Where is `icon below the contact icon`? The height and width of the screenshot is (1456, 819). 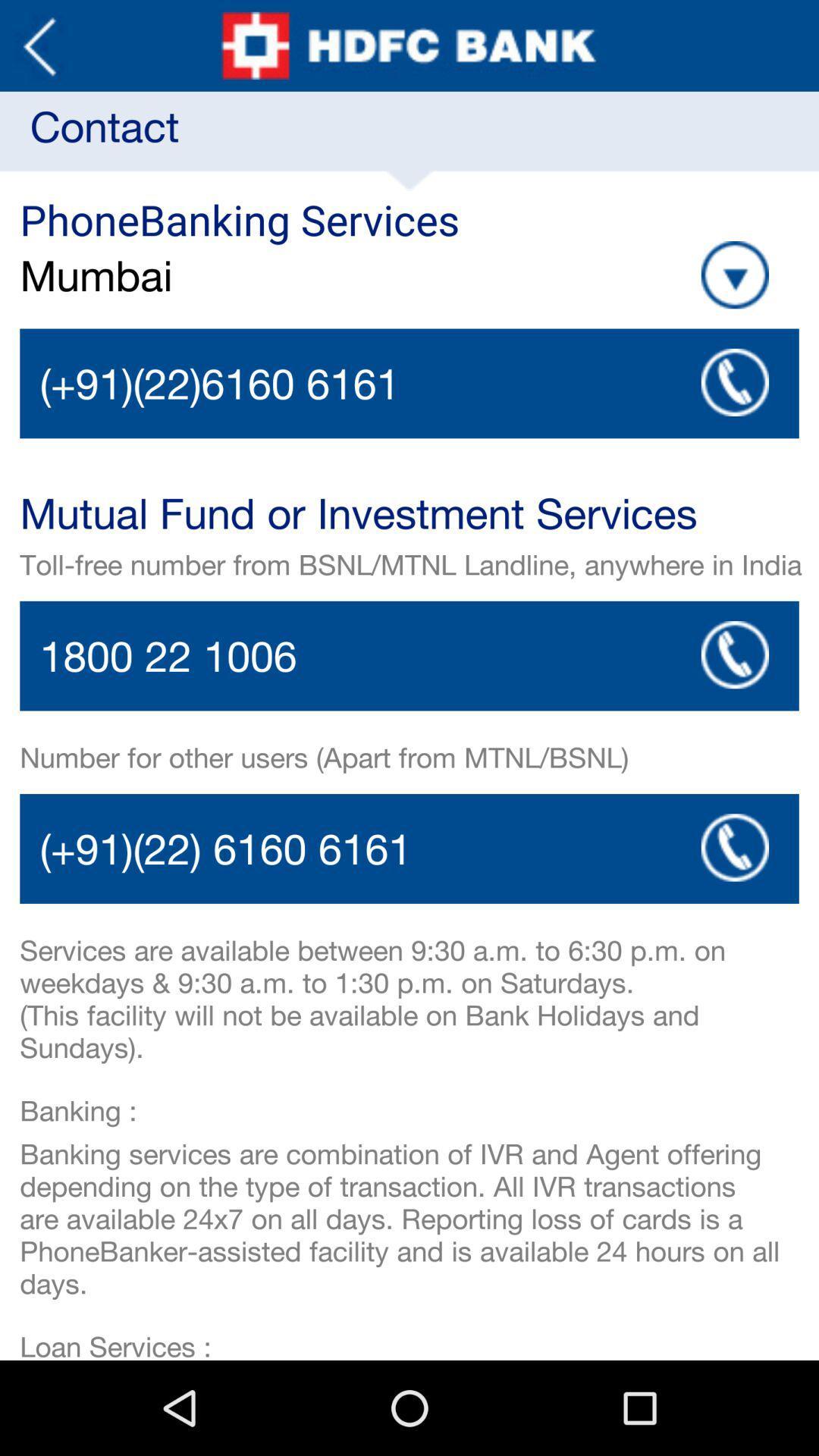
icon below the contact icon is located at coordinates (734, 275).